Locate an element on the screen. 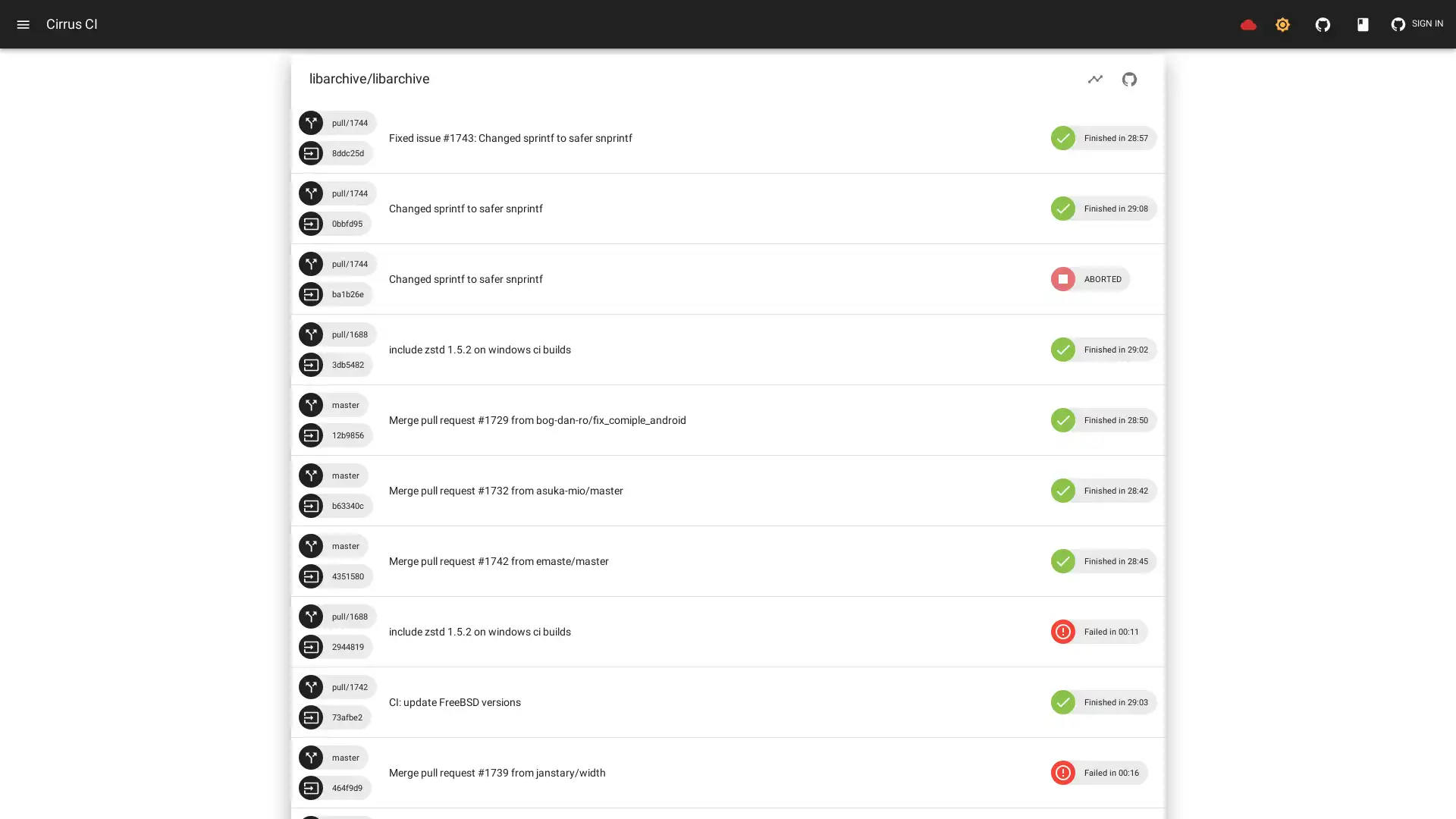 The width and height of the screenshot is (1456, 819). 3db5482 is located at coordinates (334, 365).